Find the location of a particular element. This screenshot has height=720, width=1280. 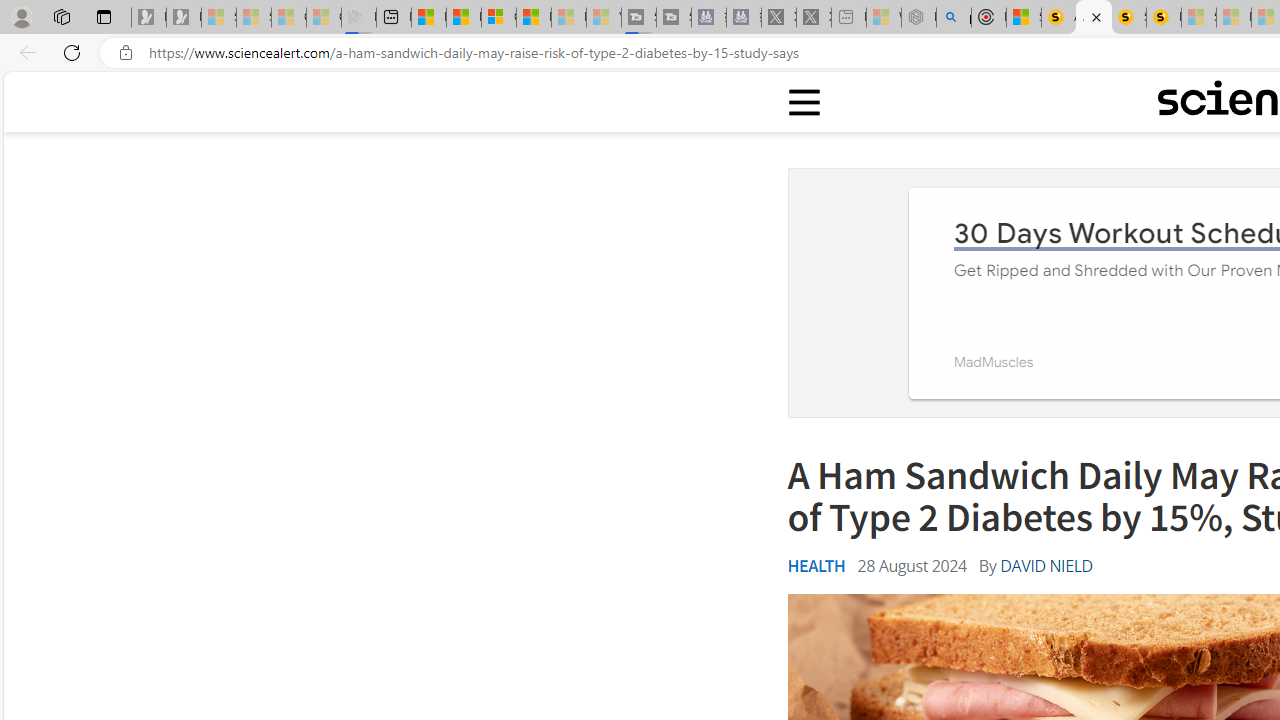

'poe - Search' is located at coordinates (953, 17).